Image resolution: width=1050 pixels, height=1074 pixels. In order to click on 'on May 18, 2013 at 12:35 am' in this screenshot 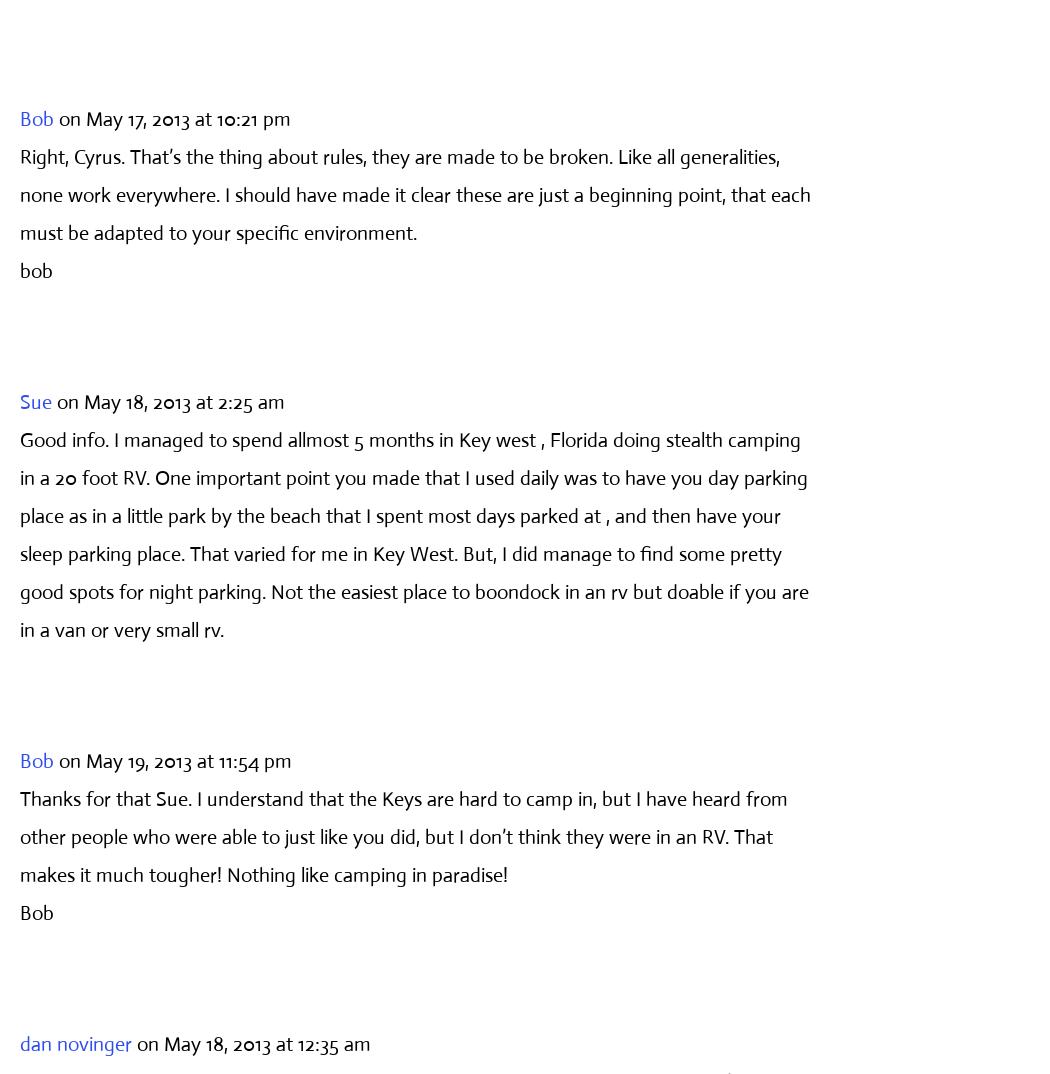, I will do `click(253, 1043)`.